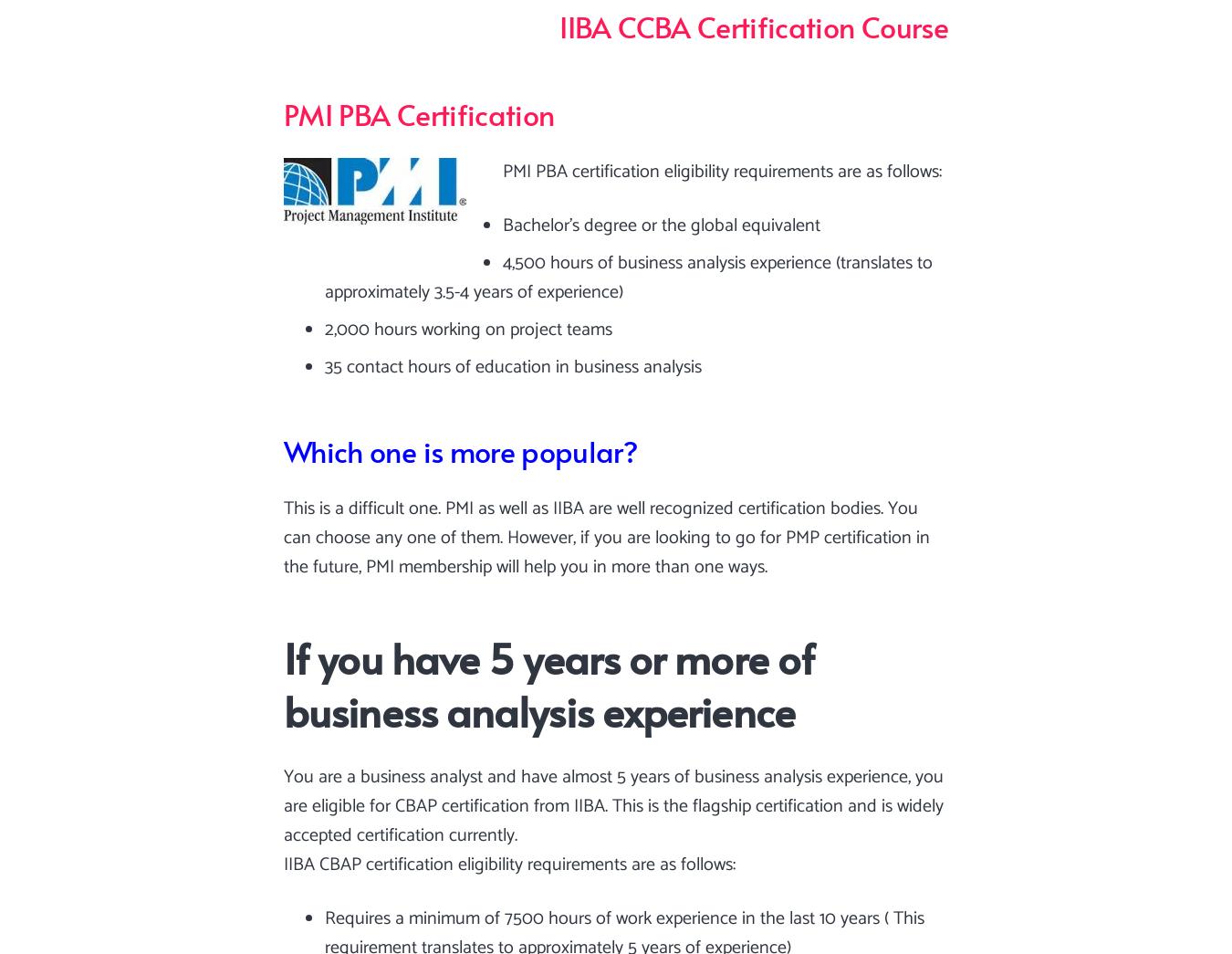 This screenshot has height=954, width=1232. Describe the element at coordinates (418, 111) in the screenshot. I see `'PMI PBA Certification'` at that location.